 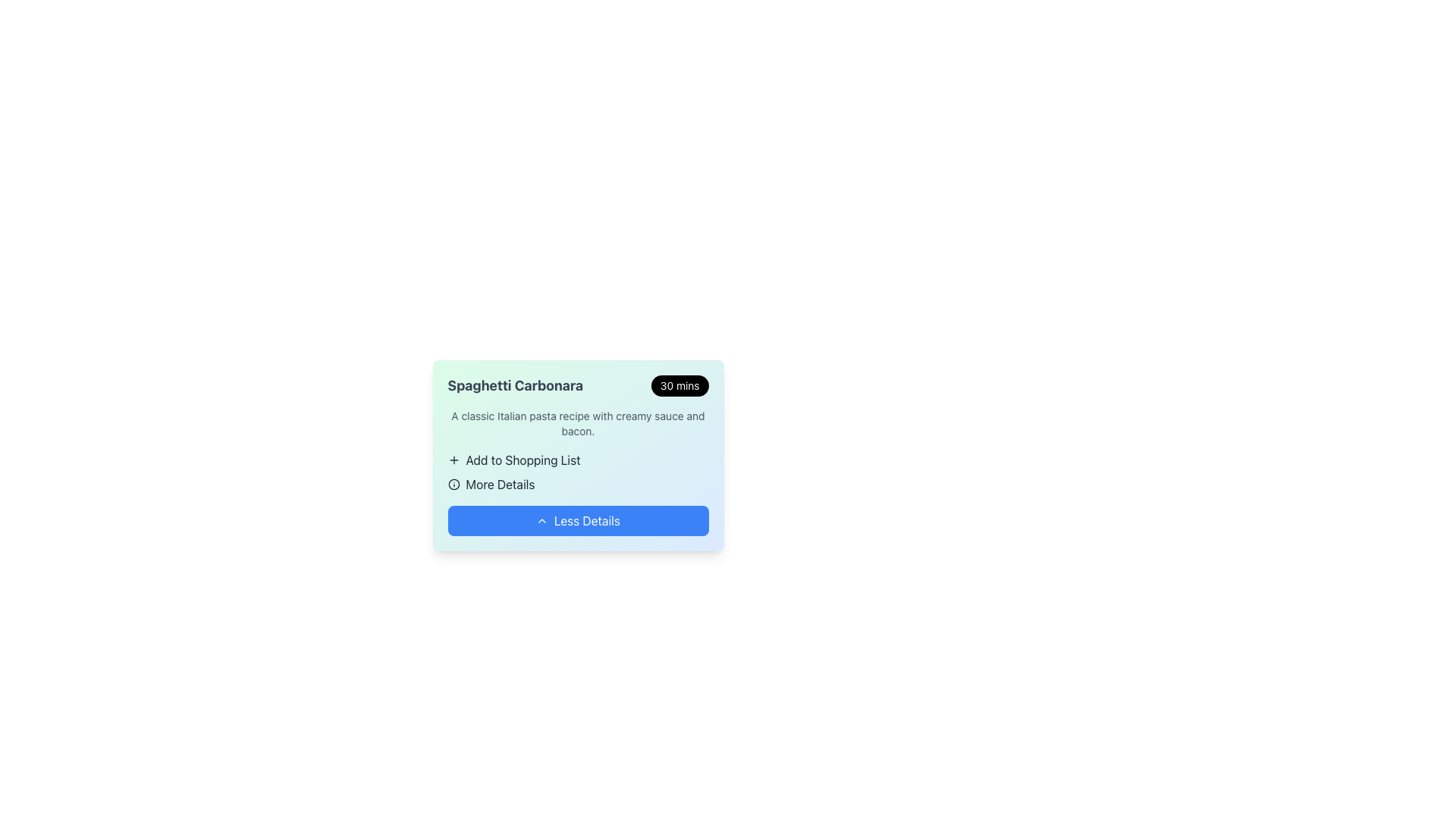 What do you see at coordinates (453, 485) in the screenshot?
I see `the informational icon displayed as a circle with a dark border, located before the 'More Details' text` at bounding box center [453, 485].